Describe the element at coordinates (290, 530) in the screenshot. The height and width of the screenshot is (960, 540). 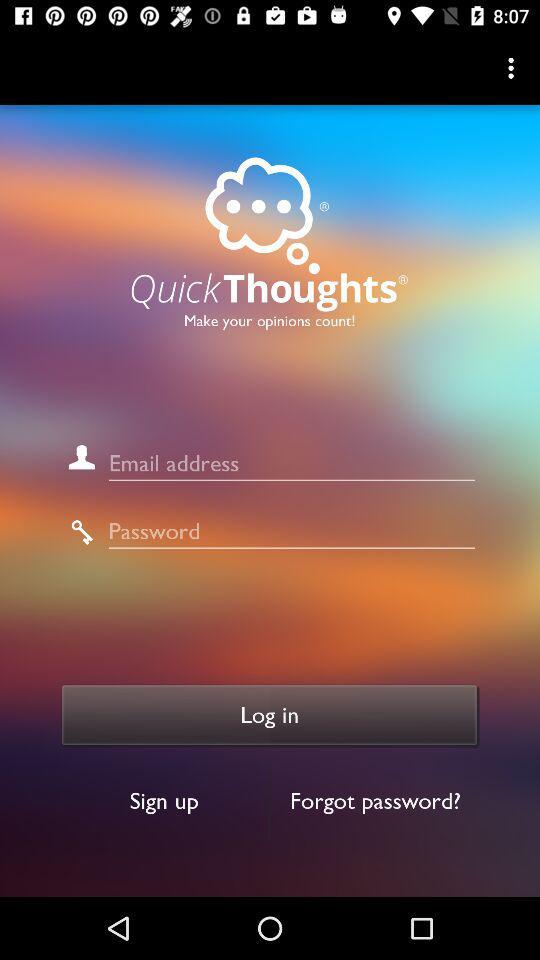
I see `password field` at that location.